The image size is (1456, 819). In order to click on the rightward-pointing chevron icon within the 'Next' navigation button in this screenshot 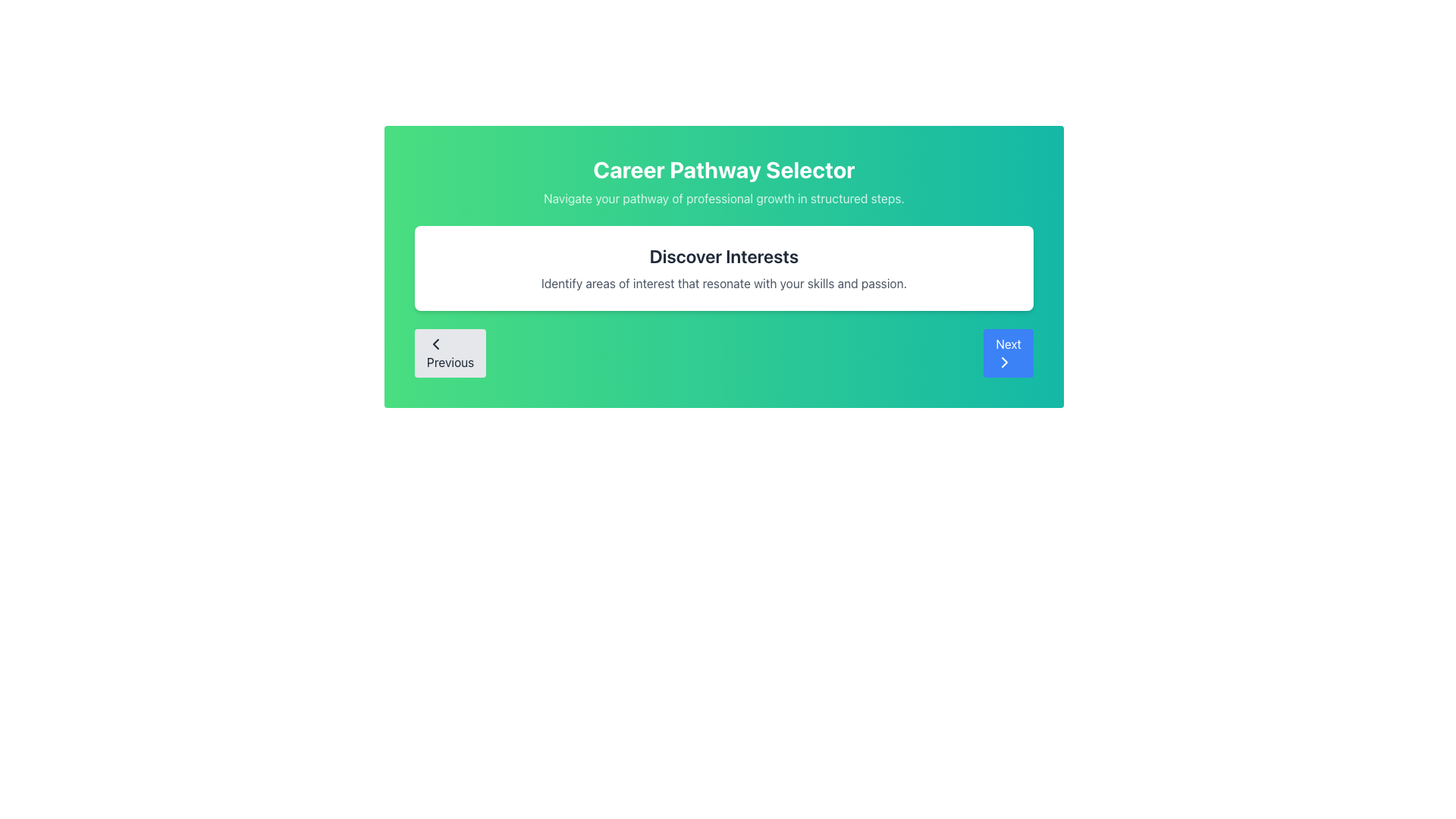, I will do `click(1005, 362)`.